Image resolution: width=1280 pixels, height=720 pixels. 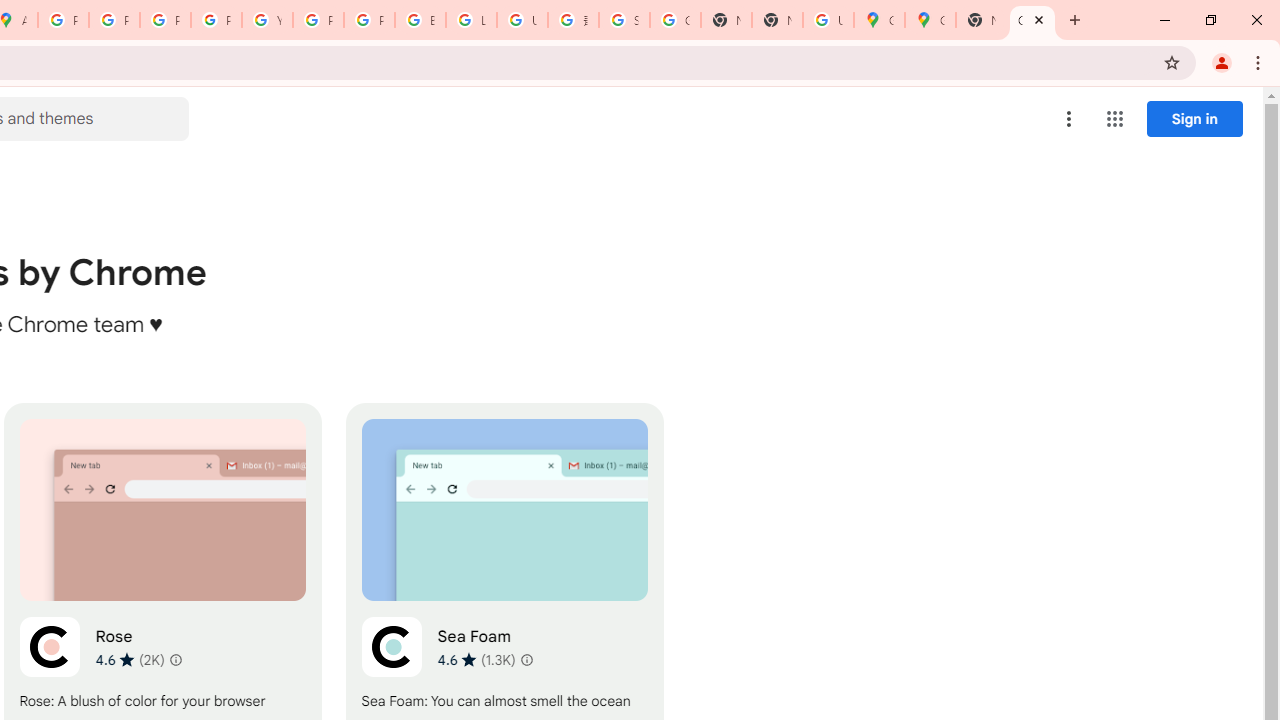 What do you see at coordinates (112, 20) in the screenshot?
I see `'Privacy Help Center - Policies Help'` at bounding box center [112, 20].